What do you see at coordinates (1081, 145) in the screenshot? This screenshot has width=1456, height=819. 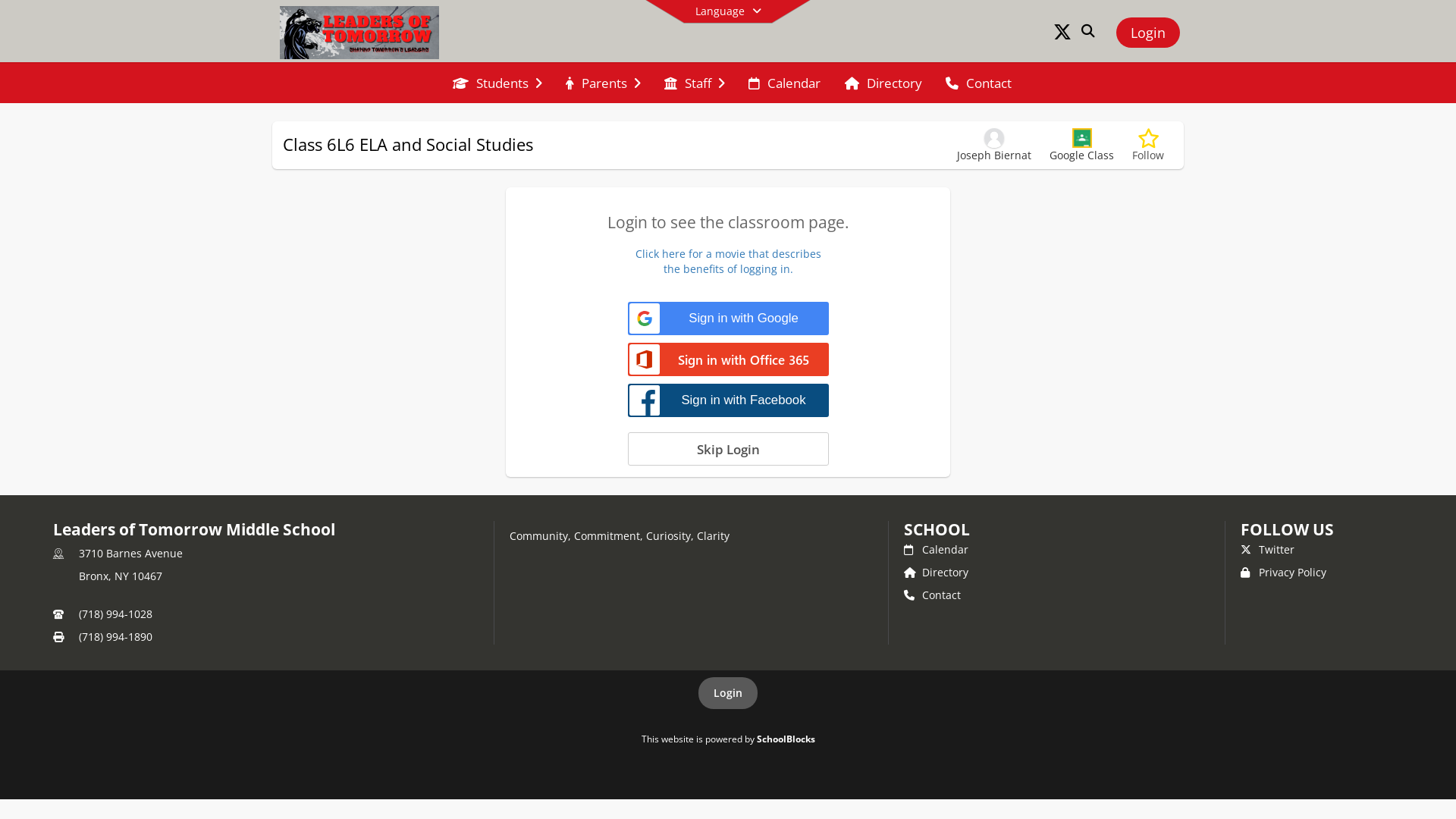 I see `'Google Class'` at bounding box center [1081, 145].